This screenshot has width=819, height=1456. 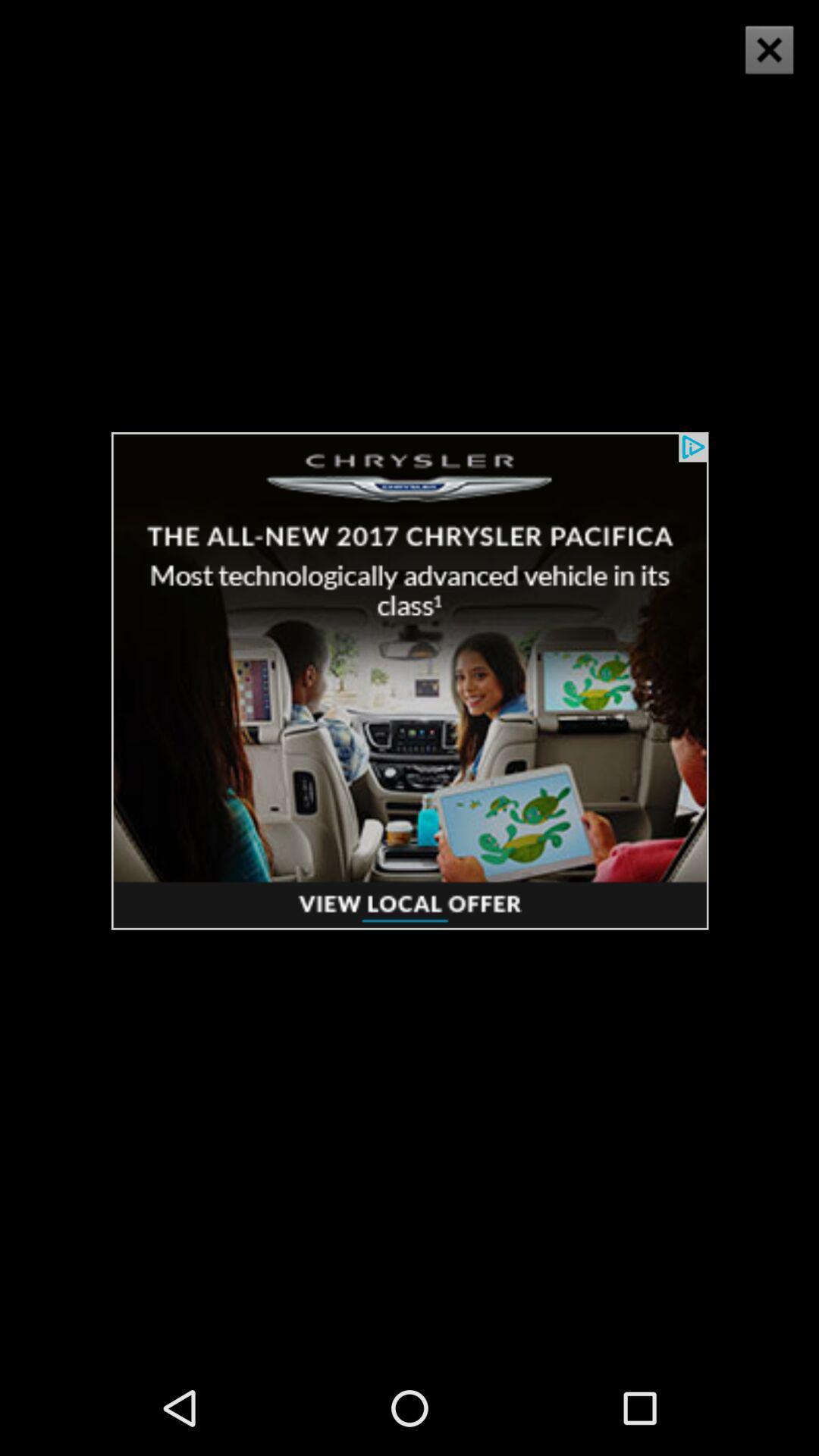 I want to click on the close icon, so click(x=769, y=53).